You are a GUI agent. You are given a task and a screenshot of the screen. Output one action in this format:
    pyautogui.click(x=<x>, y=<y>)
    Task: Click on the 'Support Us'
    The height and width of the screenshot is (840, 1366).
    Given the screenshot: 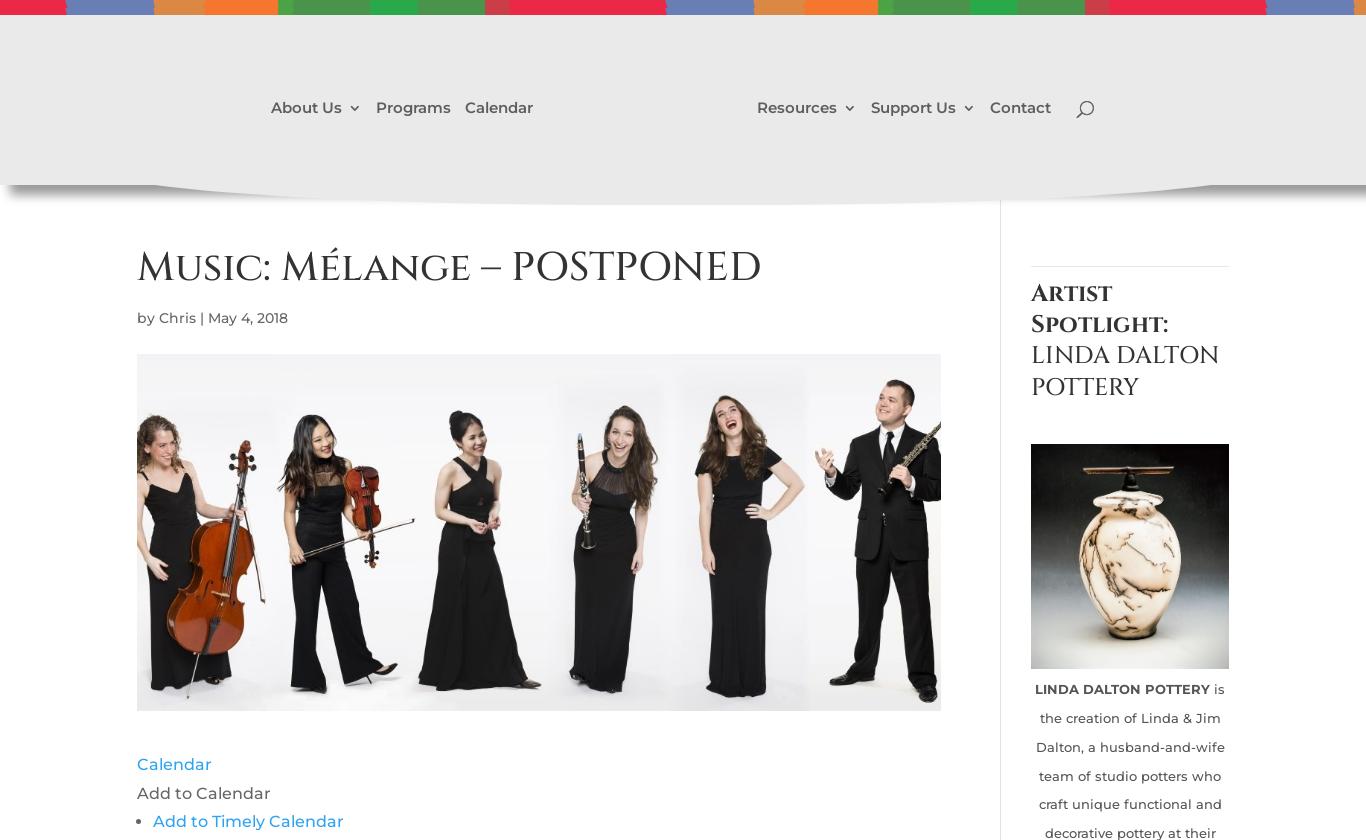 What is the action you would take?
    pyautogui.click(x=913, y=106)
    